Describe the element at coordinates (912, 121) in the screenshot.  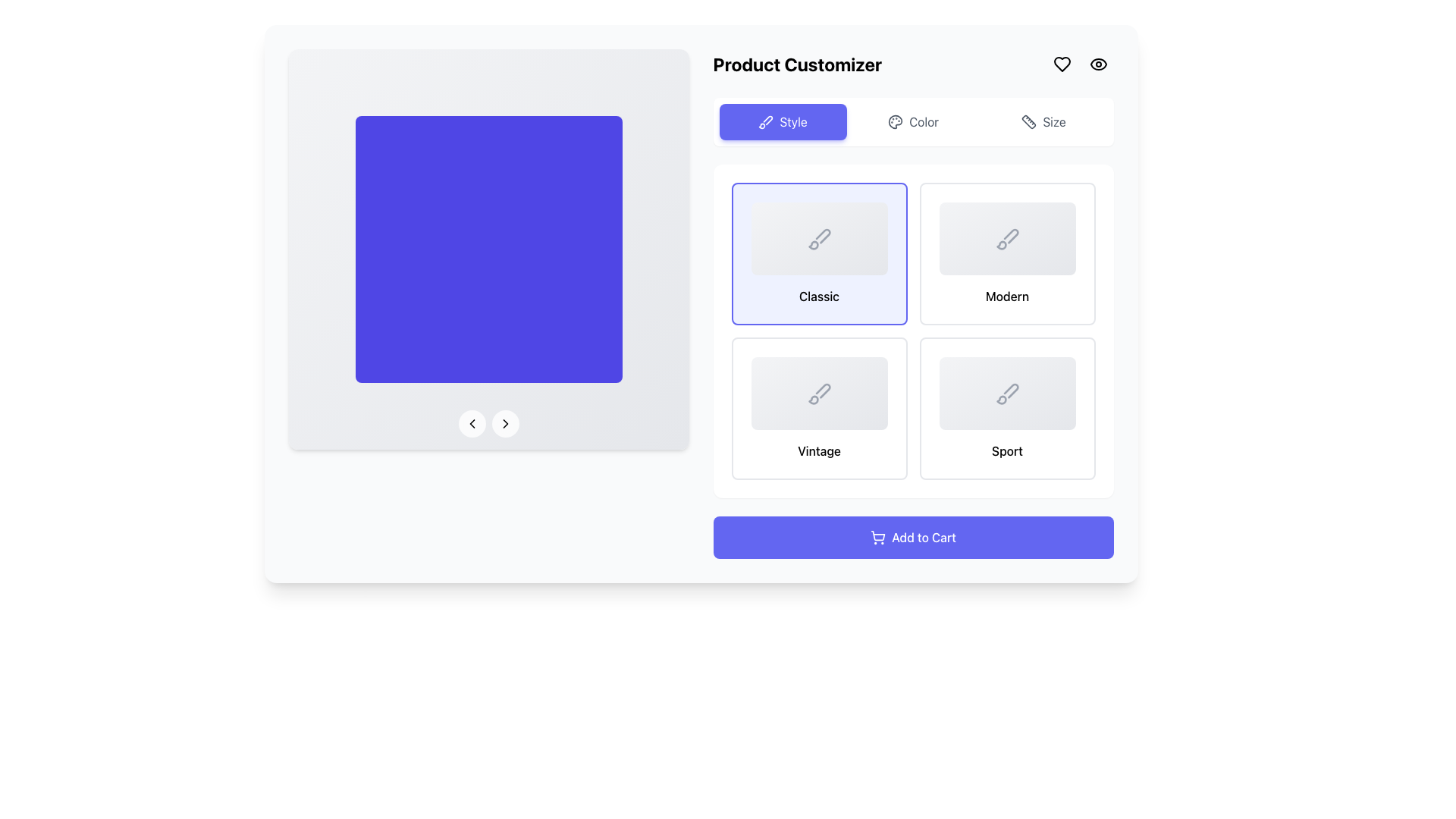
I see `the button that navigates to the color customization options for the product, located between the 'Style' and 'Size' buttons` at that location.